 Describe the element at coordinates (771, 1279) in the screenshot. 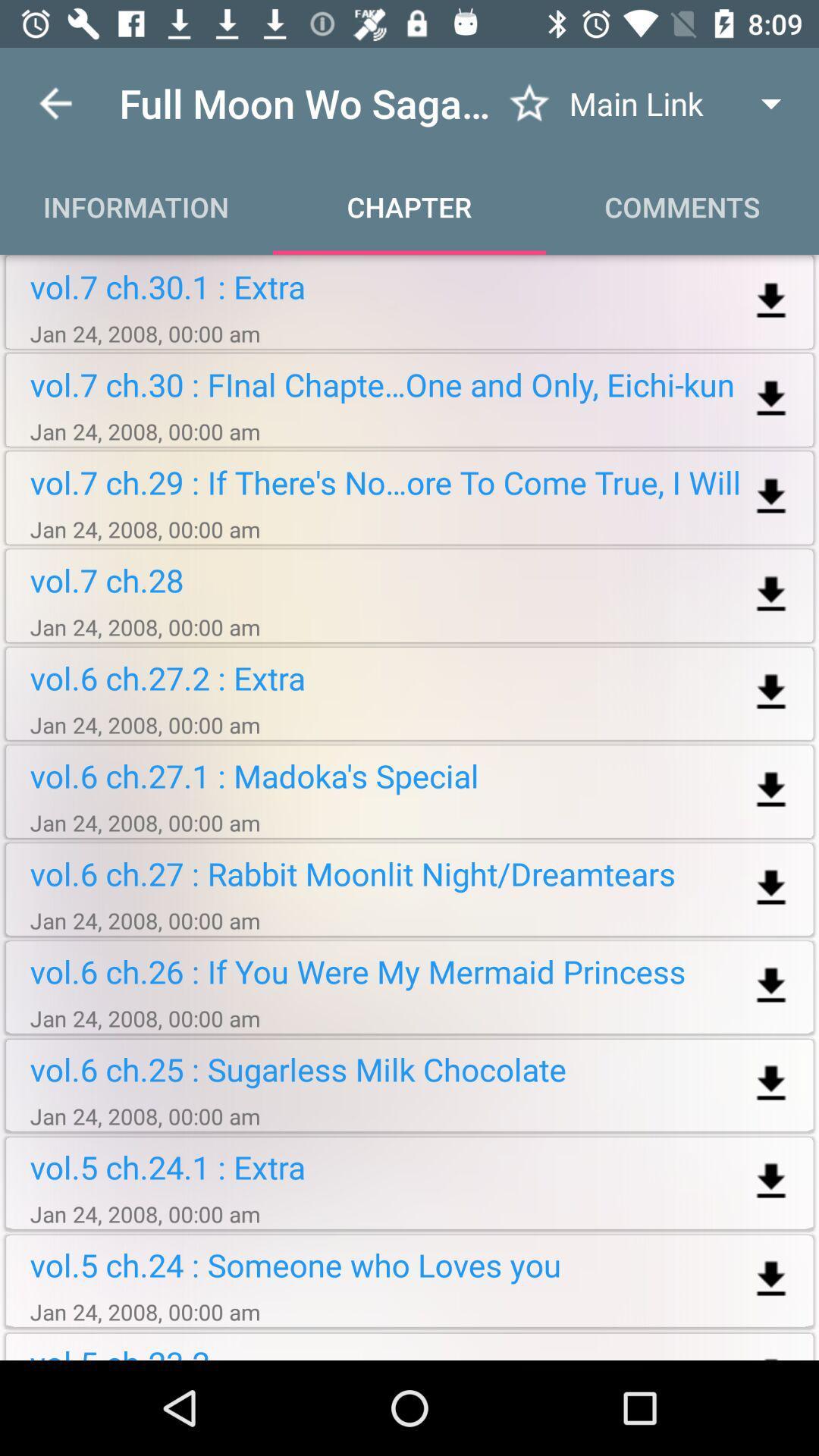

I see `download button` at that location.